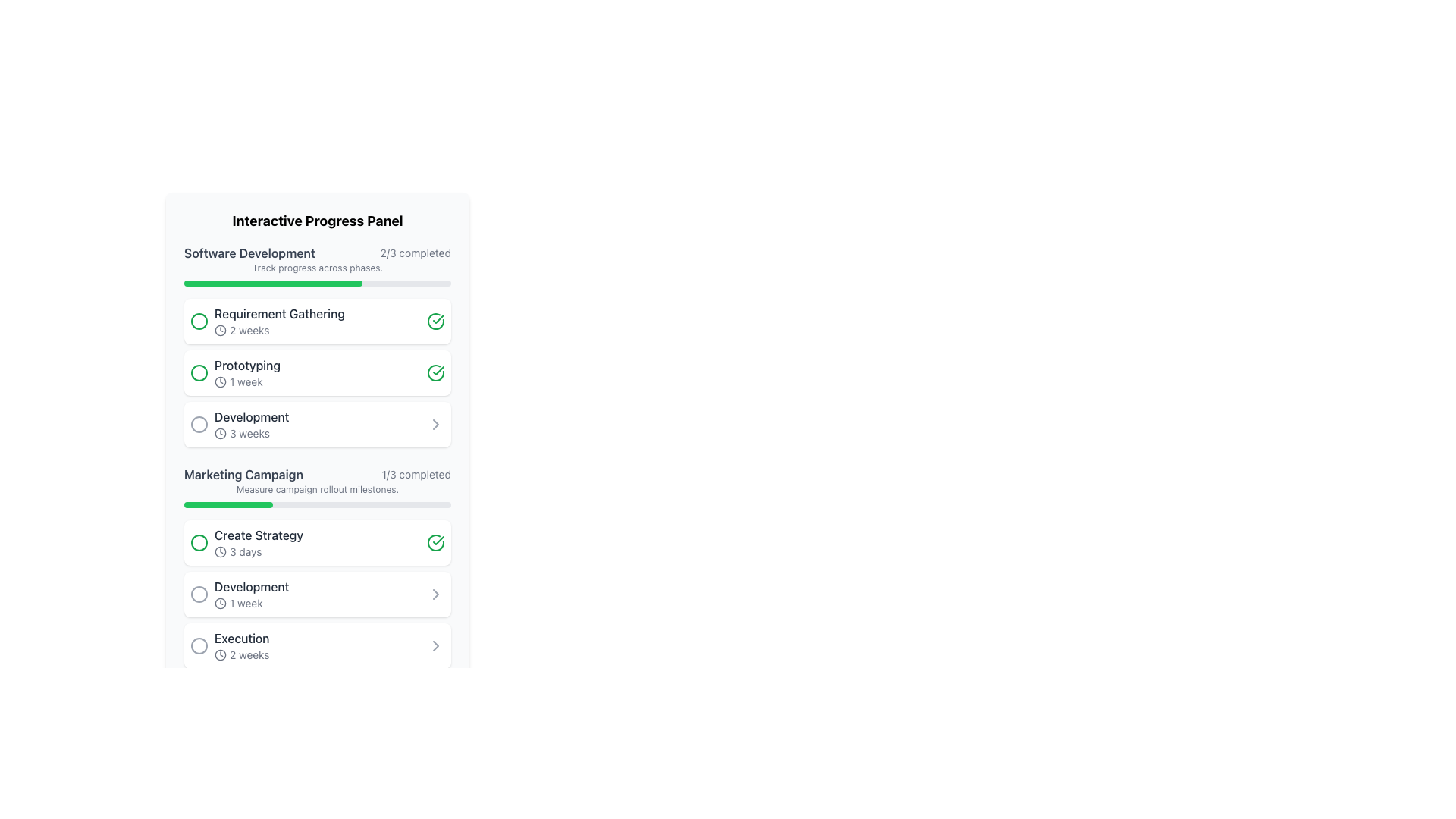  What do you see at coordinates (273, 284) in the screenshot?
I see `the Progress Indicator Bar located under the 'Software Development' header, which visually represents the task completion progress` at bounding box center [273, 284].